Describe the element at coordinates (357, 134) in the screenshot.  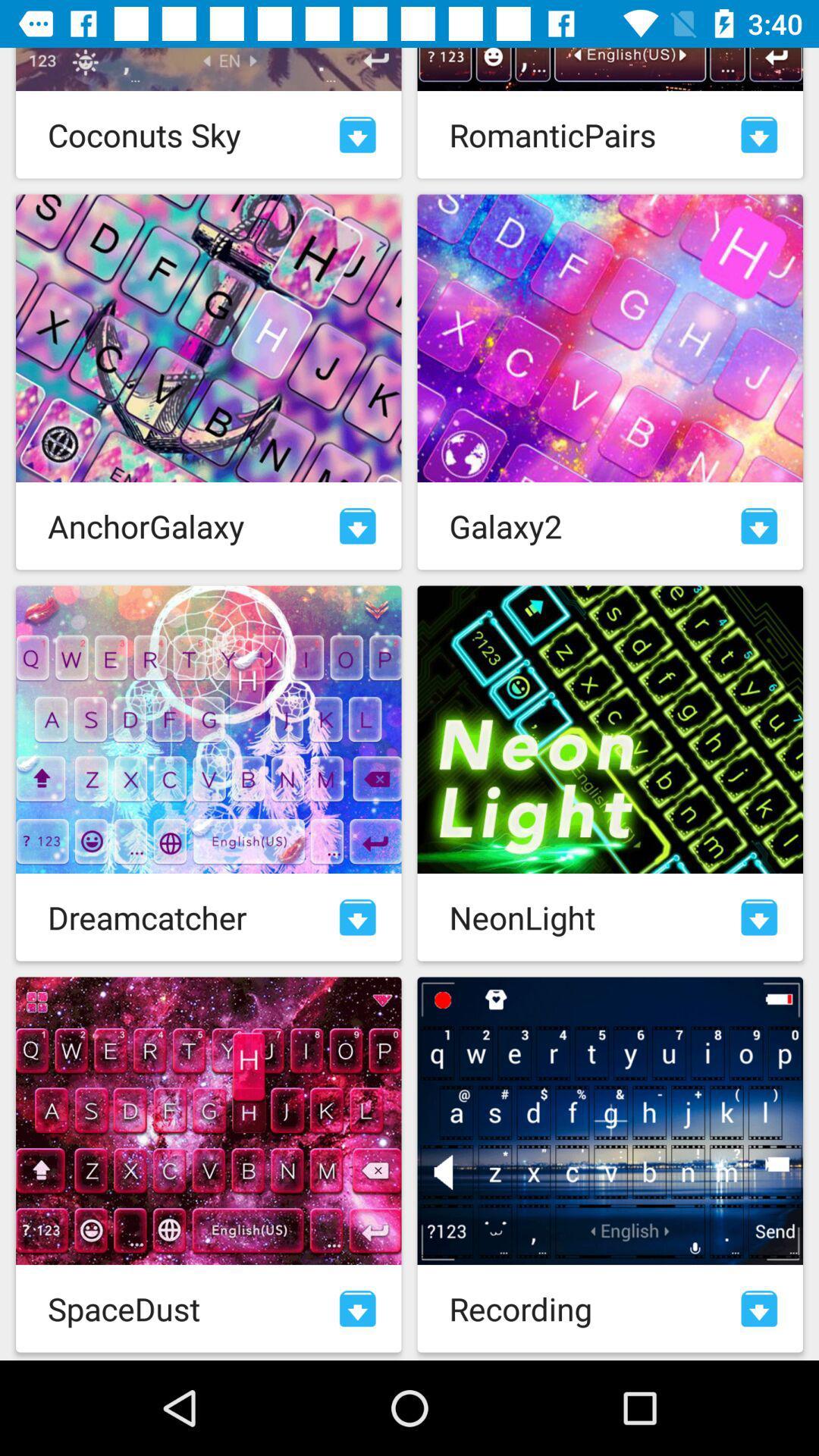
I see `download skin` at that location.